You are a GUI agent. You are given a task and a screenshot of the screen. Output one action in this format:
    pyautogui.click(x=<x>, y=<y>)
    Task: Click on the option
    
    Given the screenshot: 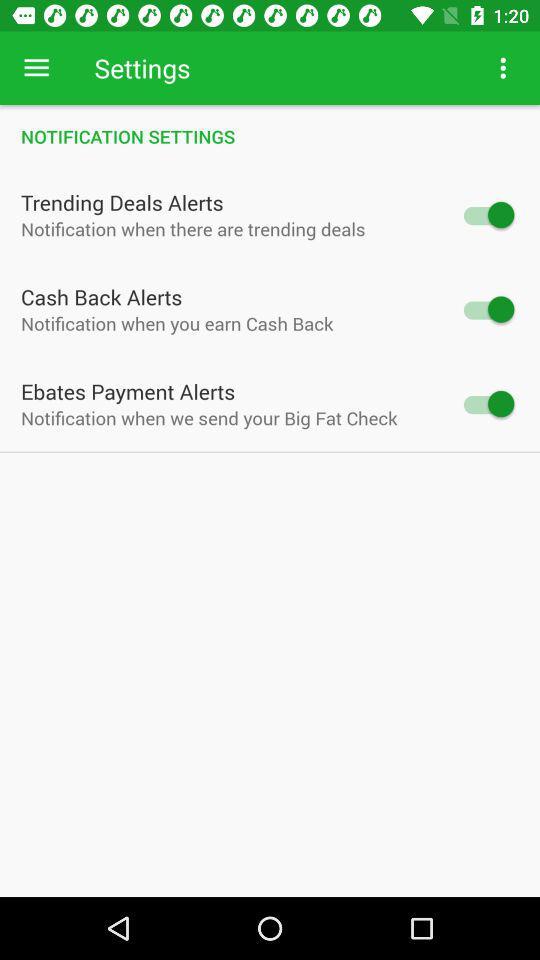 What is the action you would take?
    pyautogui.click(x=486, y=215)
    